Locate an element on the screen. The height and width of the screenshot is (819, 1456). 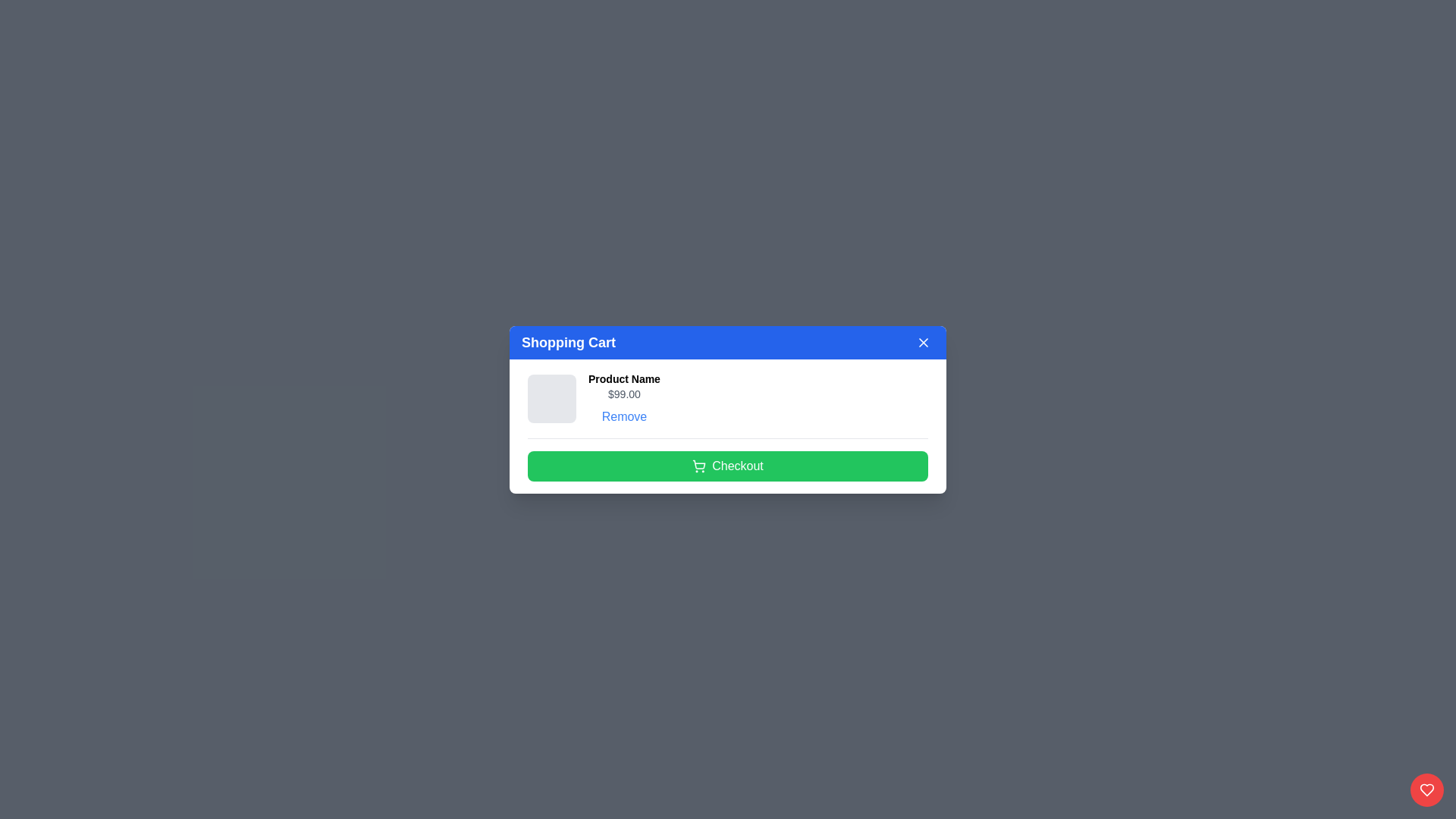
the text label that serves as the title for the shopping cart popup, located in the center-left of the blue header bar, aligned to the left of the close button is located at coordinates (567, 342).